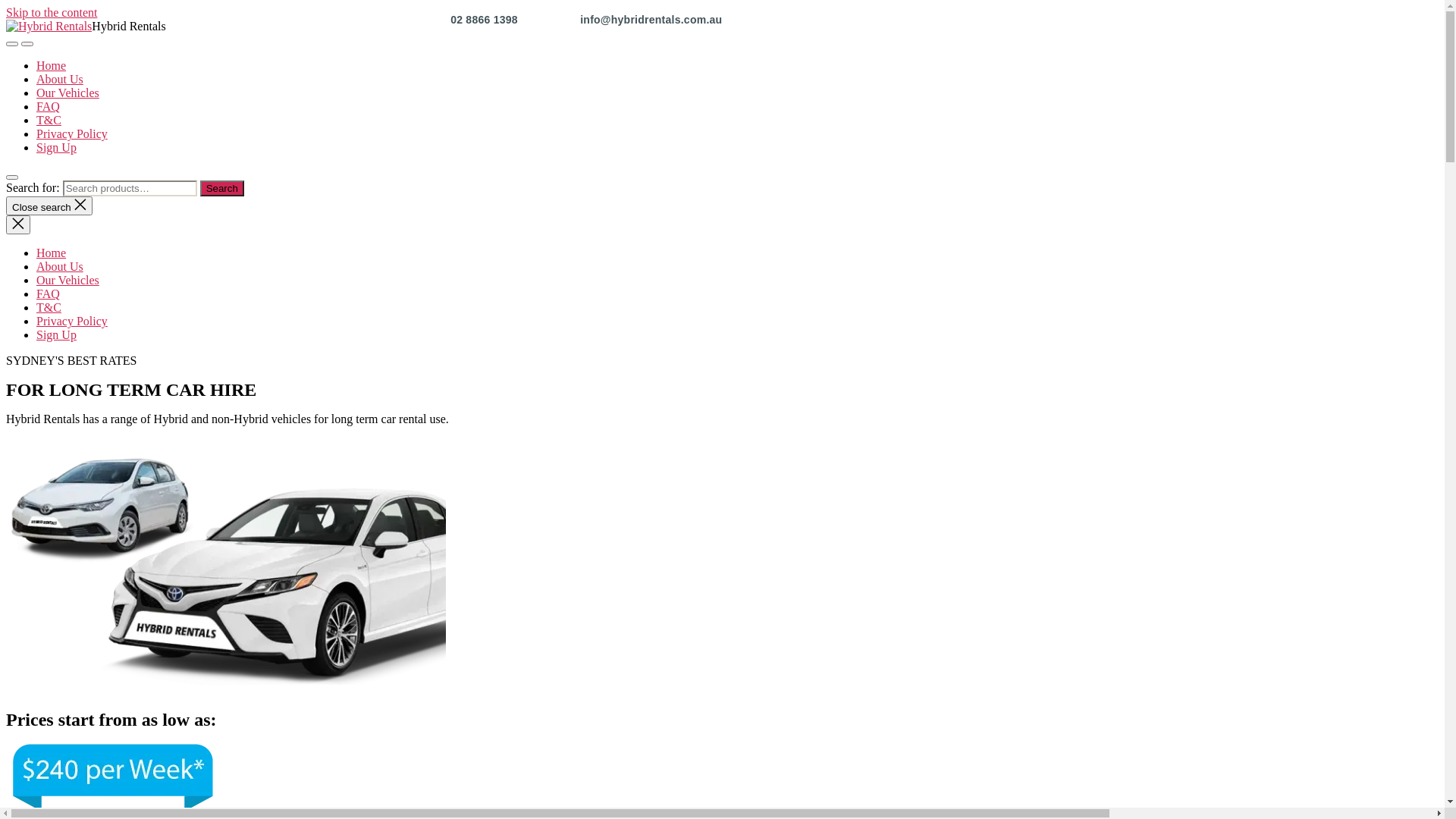 The height and width of the screenshot is (819, 1456). Describe the element at coordinates (49, 307) in the screenshot. I see `'T&C'` at that location.